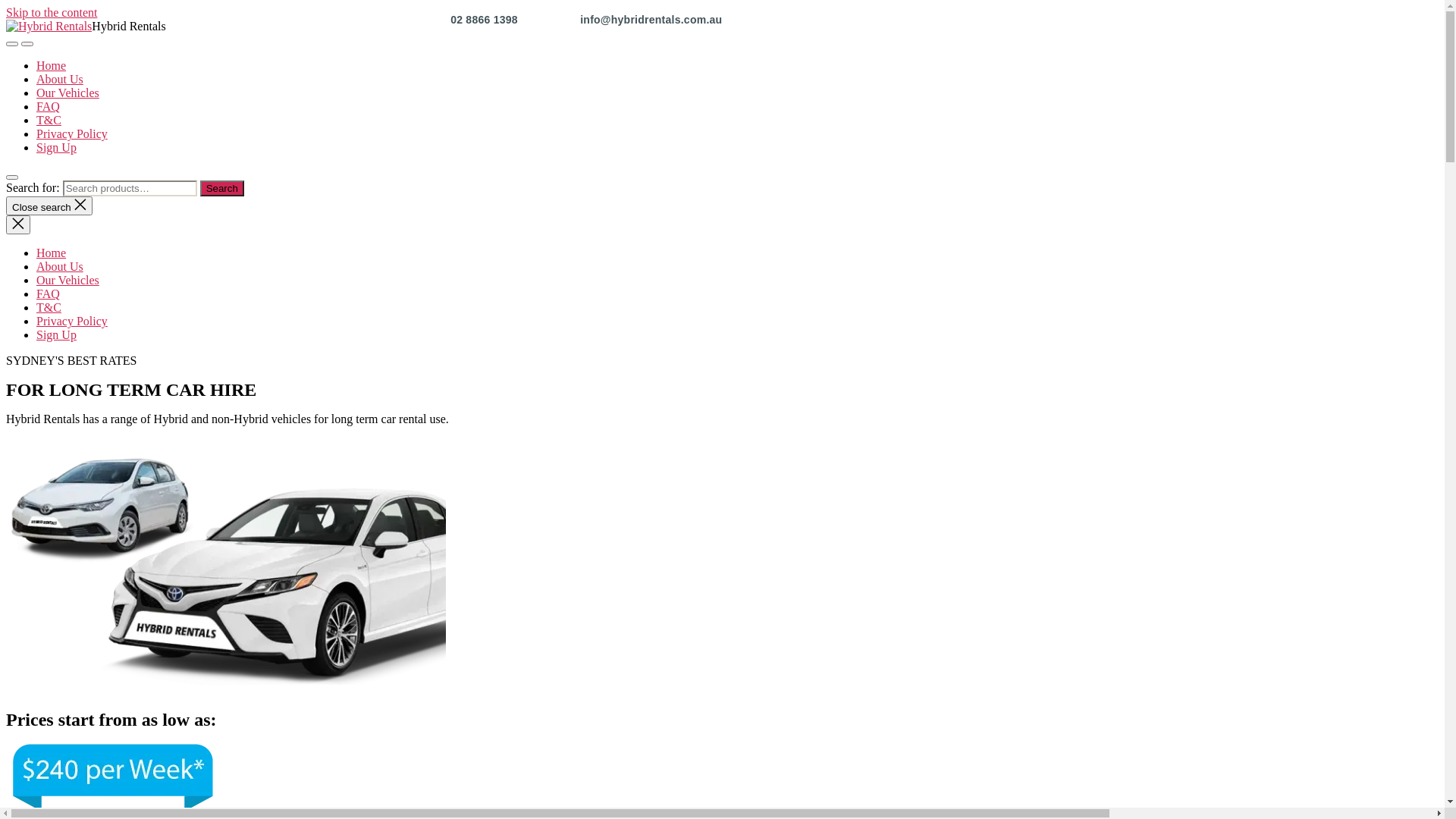 The height and width of the screenshot is (819, 1456). Describe the element at coordinates (49, 307) in the screenshot. I see `'T&C'` at that location.